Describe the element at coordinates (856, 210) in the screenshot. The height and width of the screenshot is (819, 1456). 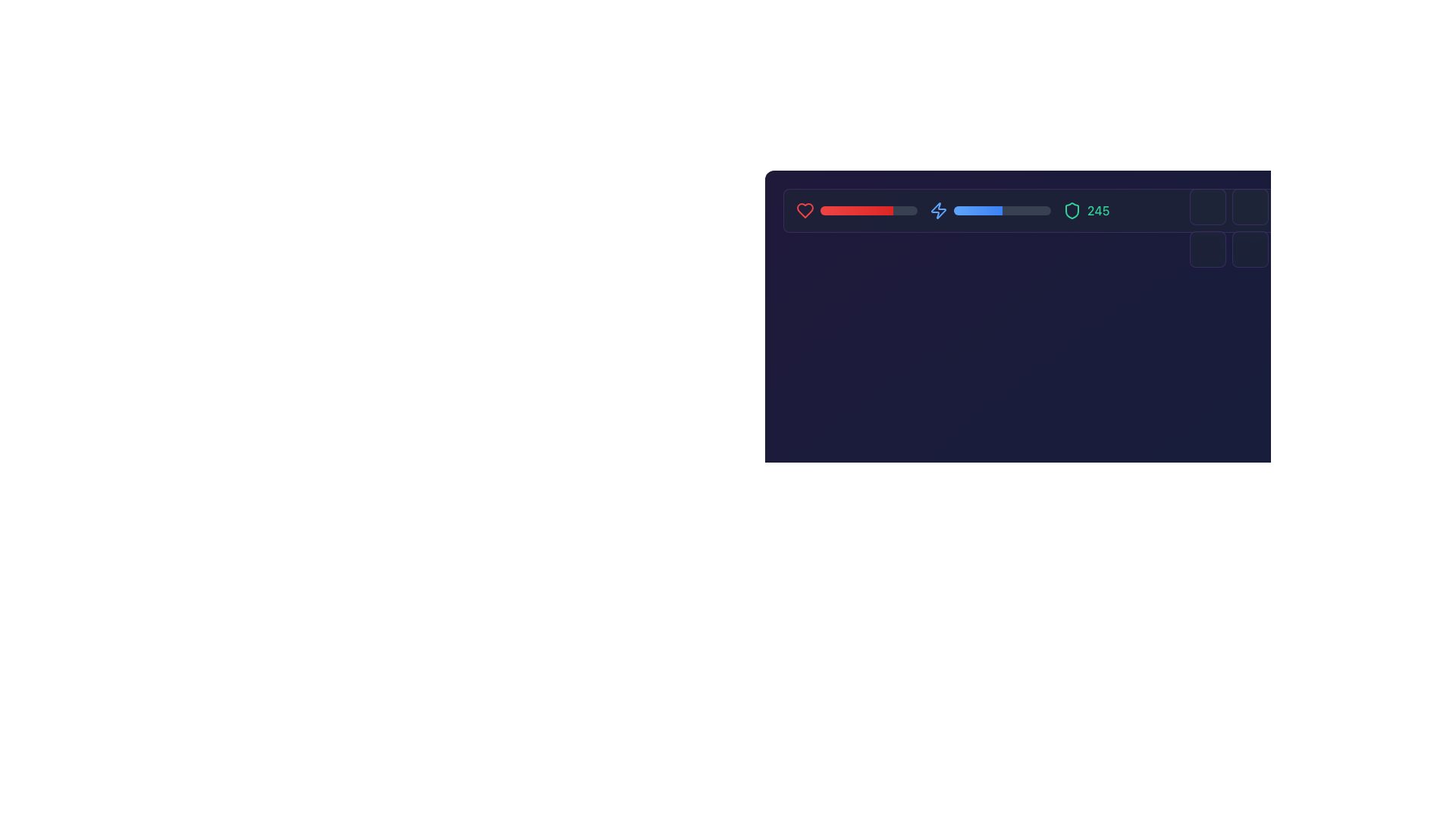
I see `the value represented by the Progress bar segment located in the top-left section of the interface, which visually indicates a numerical metric such as health or energy` at that location.